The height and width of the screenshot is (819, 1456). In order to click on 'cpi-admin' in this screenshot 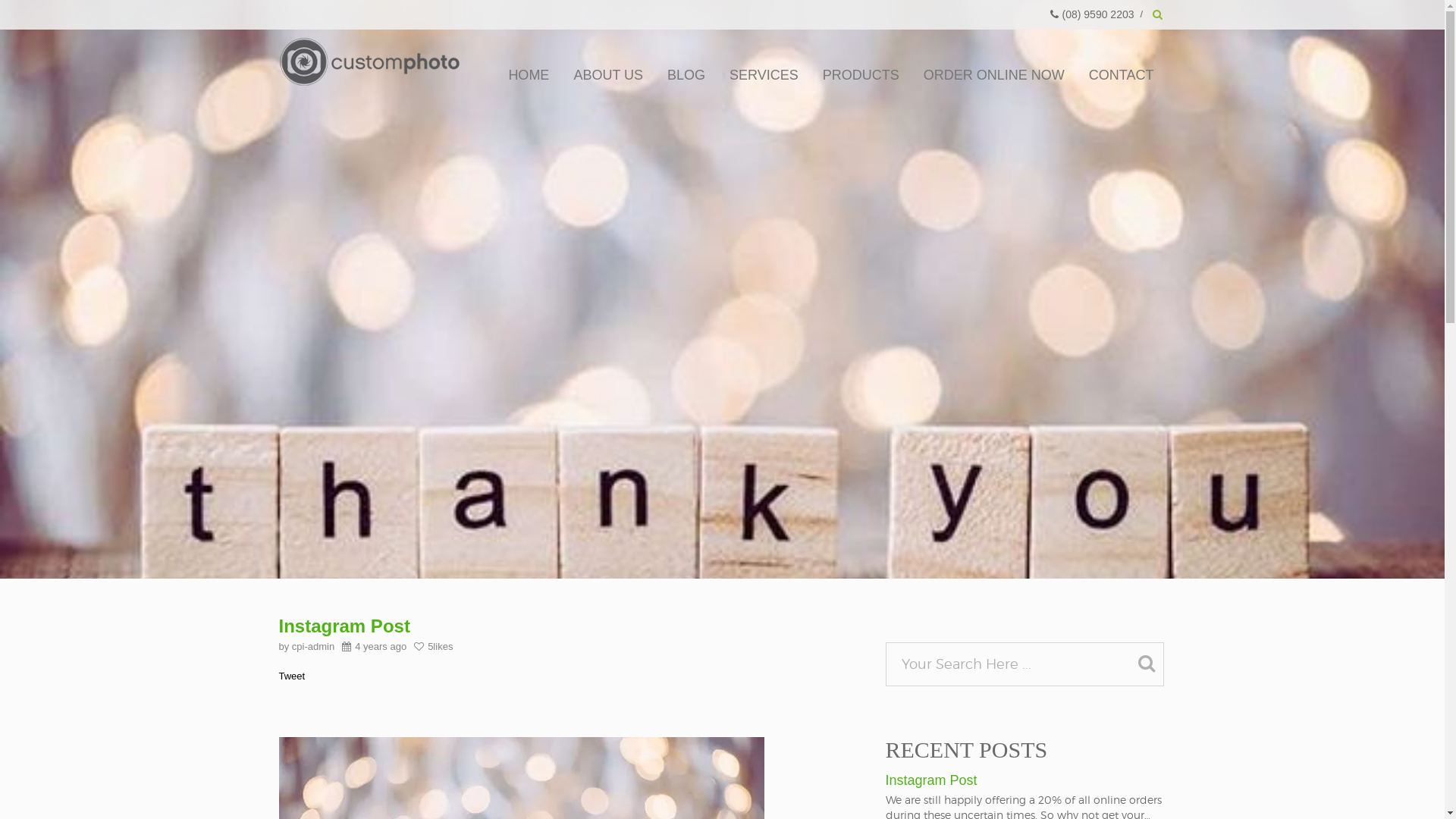, I will do `click(312, 646)`.